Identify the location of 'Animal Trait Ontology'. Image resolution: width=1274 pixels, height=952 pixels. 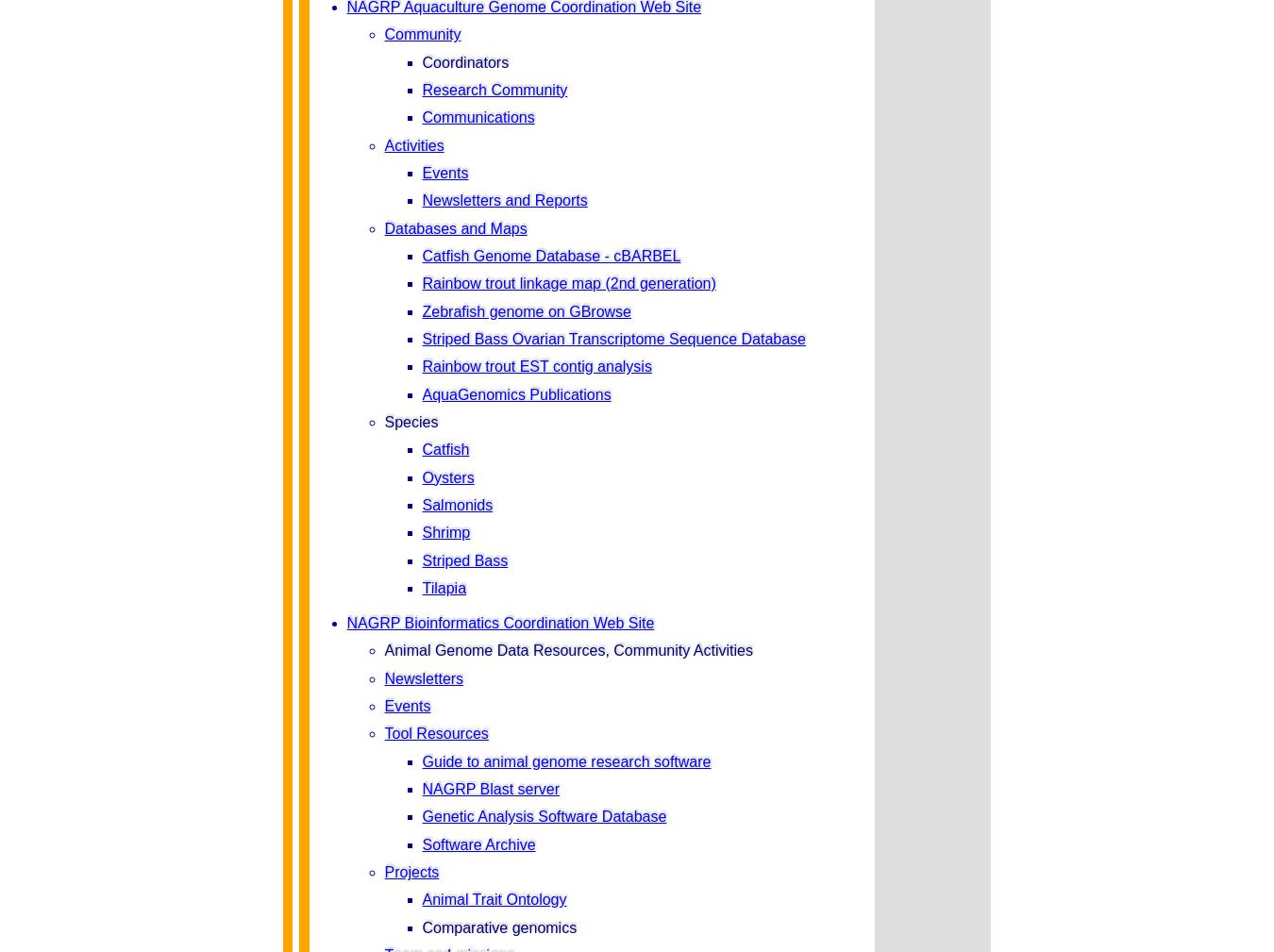
(493, 899).